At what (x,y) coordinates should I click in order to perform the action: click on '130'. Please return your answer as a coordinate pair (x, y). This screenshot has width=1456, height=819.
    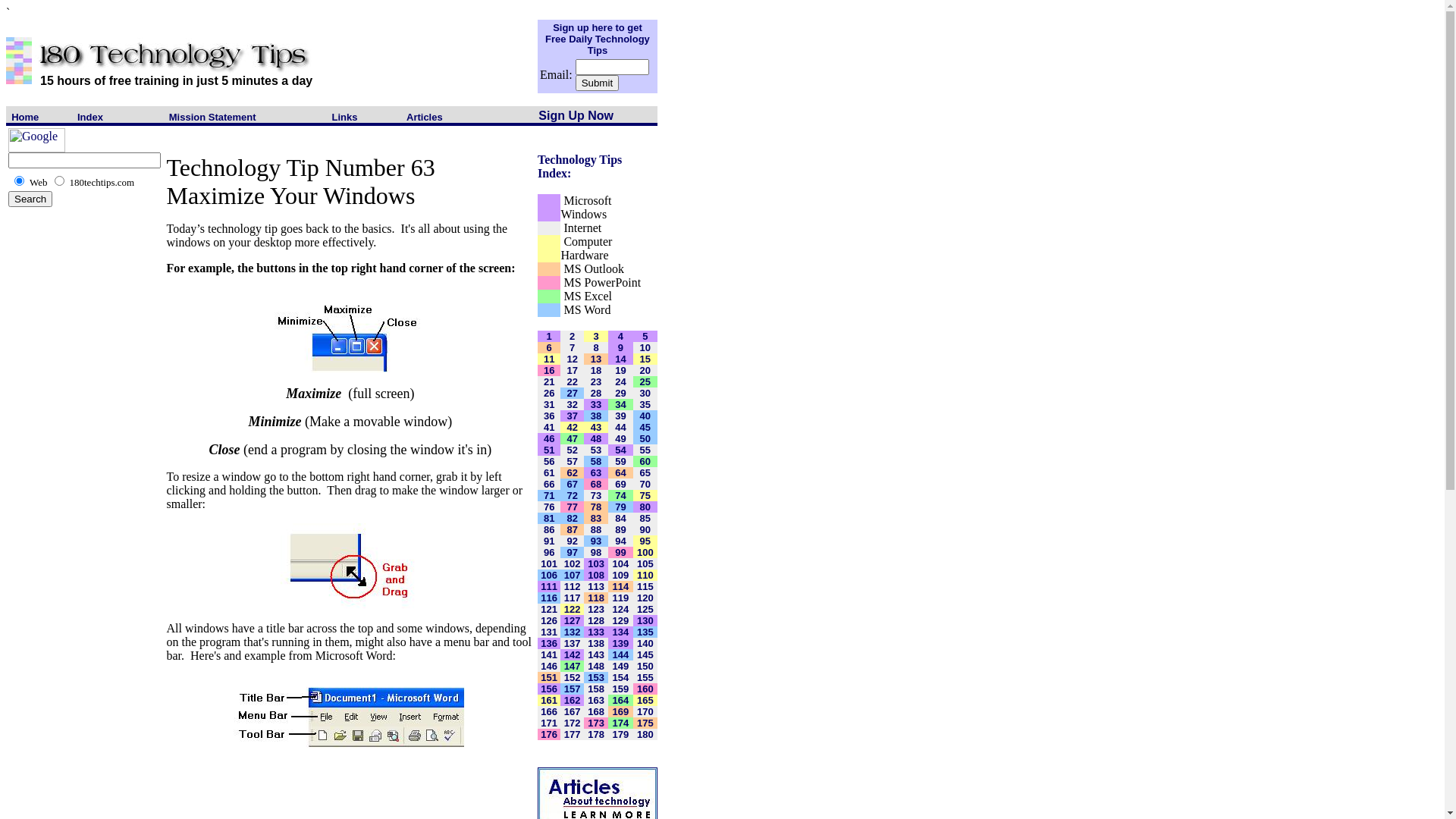
    Looking at the image, I should click on (645, 620).